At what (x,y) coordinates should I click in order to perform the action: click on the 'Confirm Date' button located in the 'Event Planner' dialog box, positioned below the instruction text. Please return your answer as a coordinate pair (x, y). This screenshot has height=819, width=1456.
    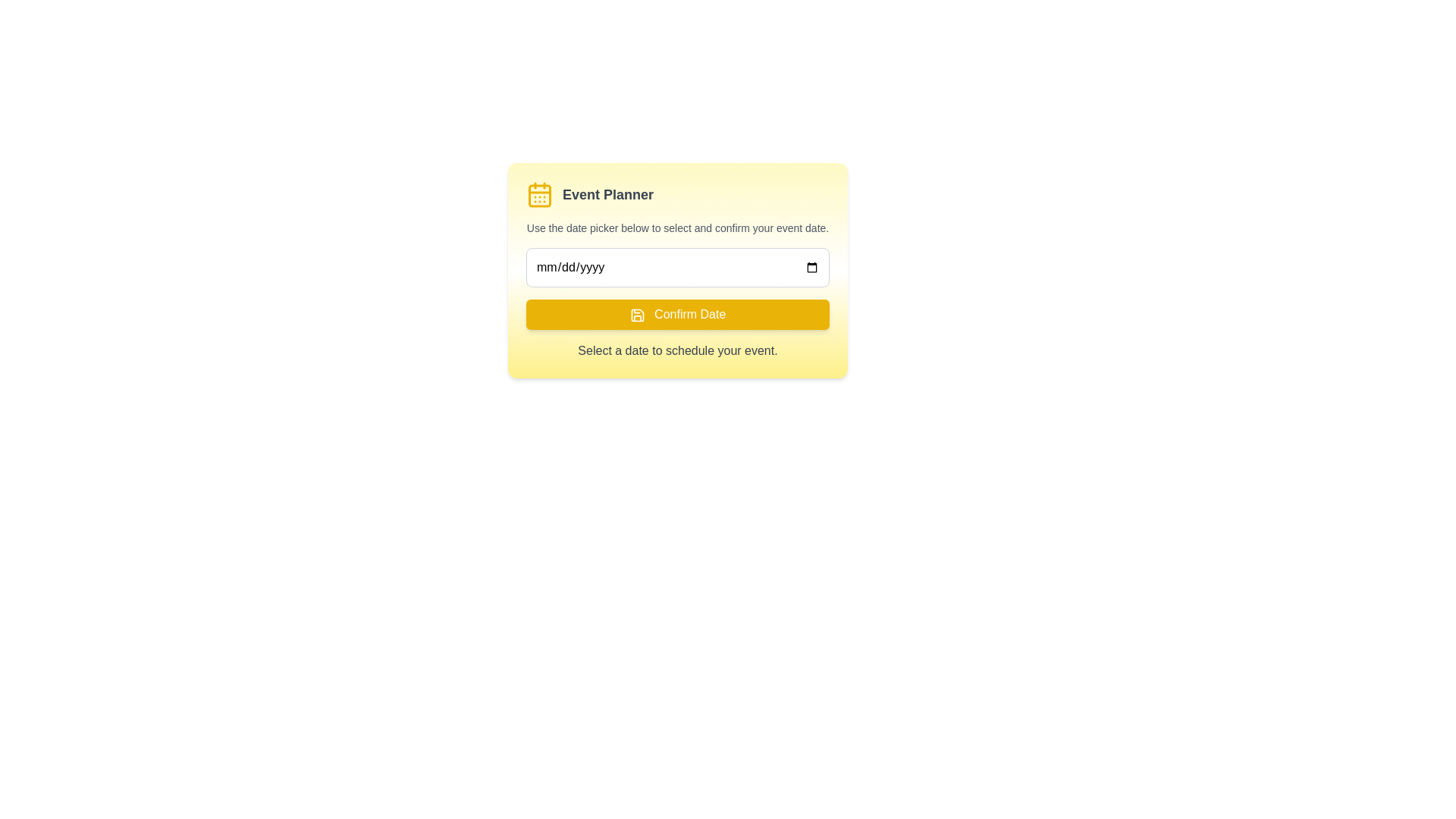
    Looking at the image, I should click on (676, 318).